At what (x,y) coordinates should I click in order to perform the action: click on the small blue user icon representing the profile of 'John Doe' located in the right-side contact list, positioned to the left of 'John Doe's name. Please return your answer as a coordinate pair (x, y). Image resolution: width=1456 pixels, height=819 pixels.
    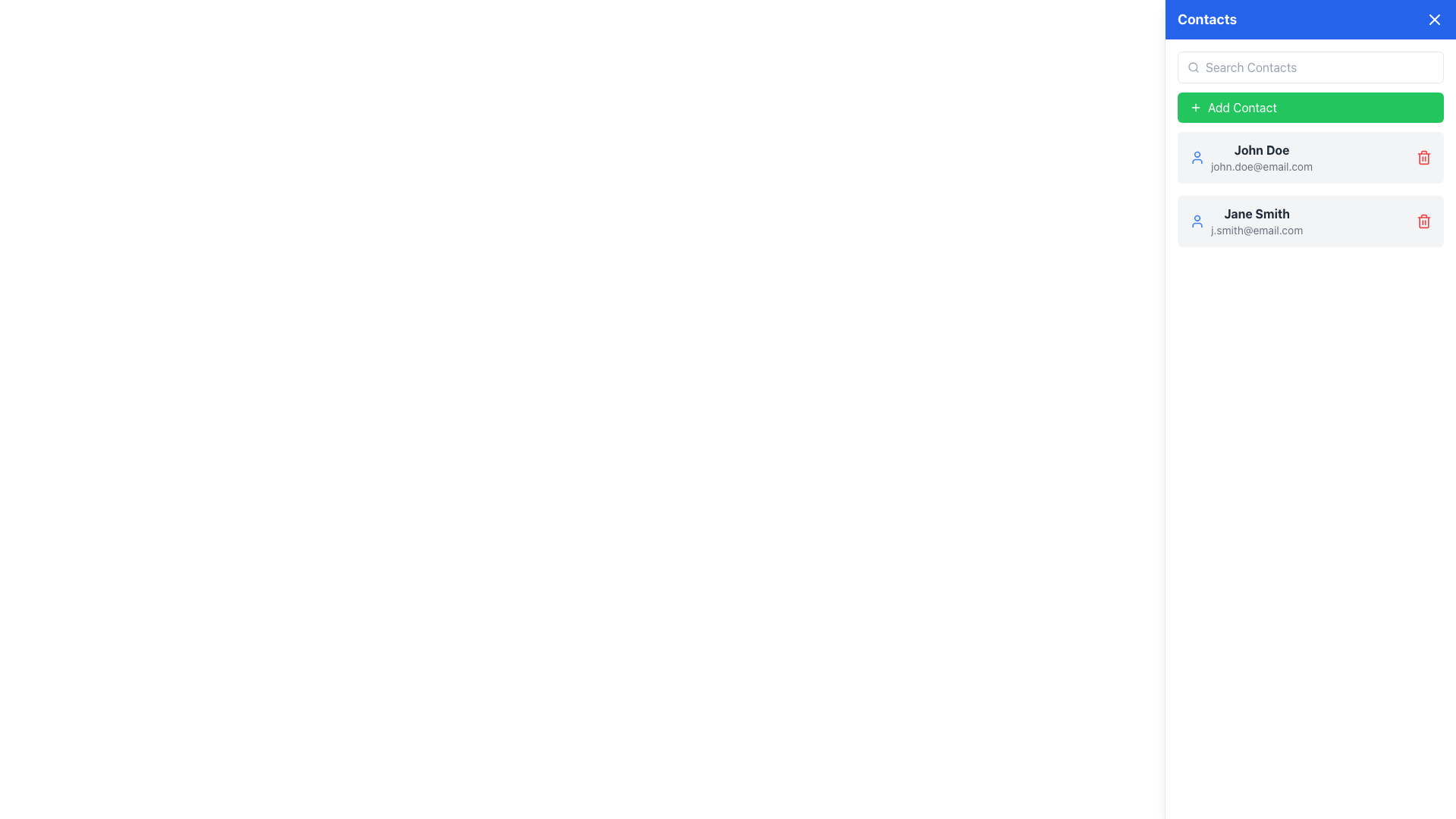
    Looking at the image, I should click on (1197, 158).